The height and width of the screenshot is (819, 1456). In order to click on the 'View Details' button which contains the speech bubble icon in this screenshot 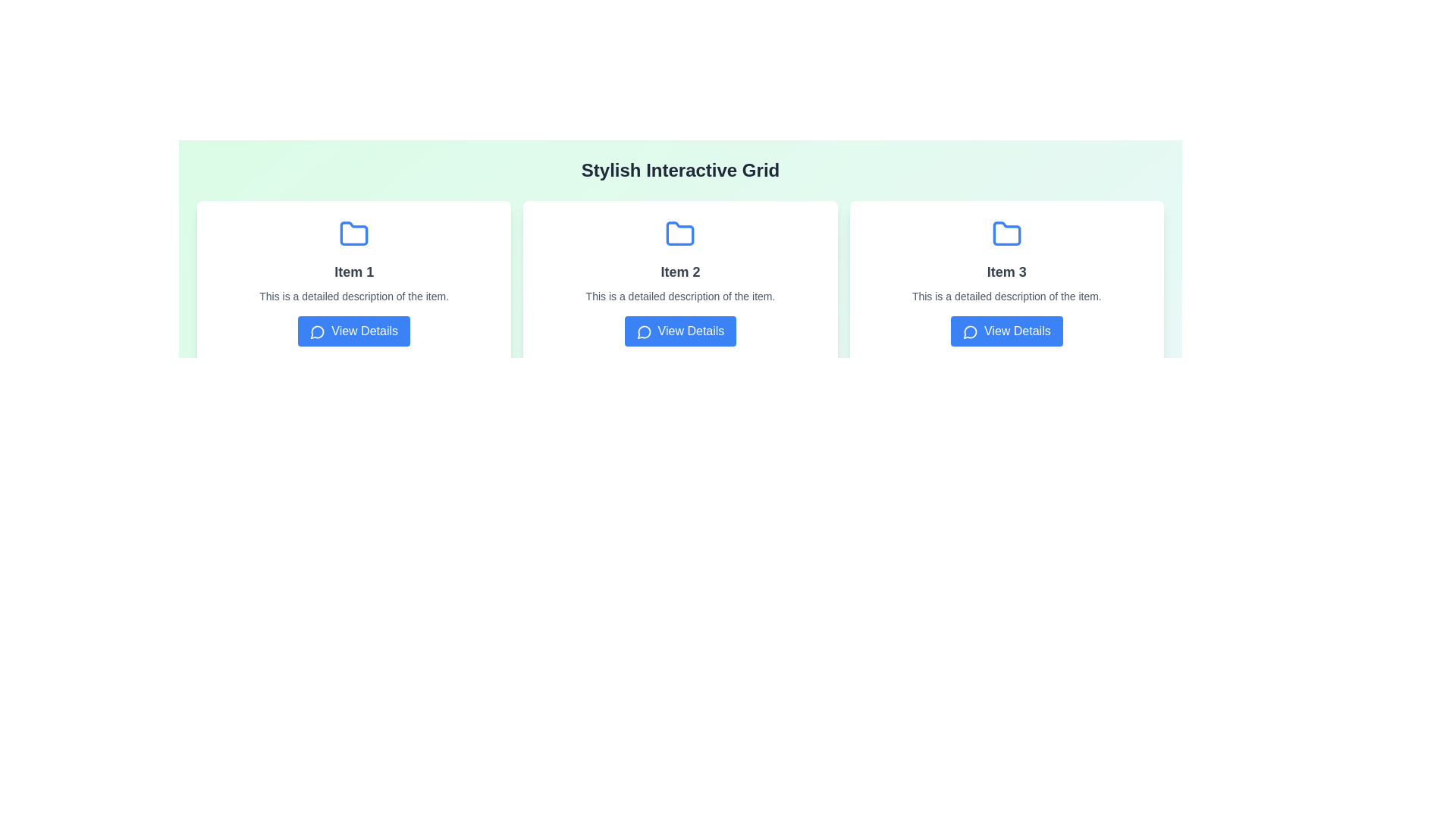, I will do `click(968, 331)`.